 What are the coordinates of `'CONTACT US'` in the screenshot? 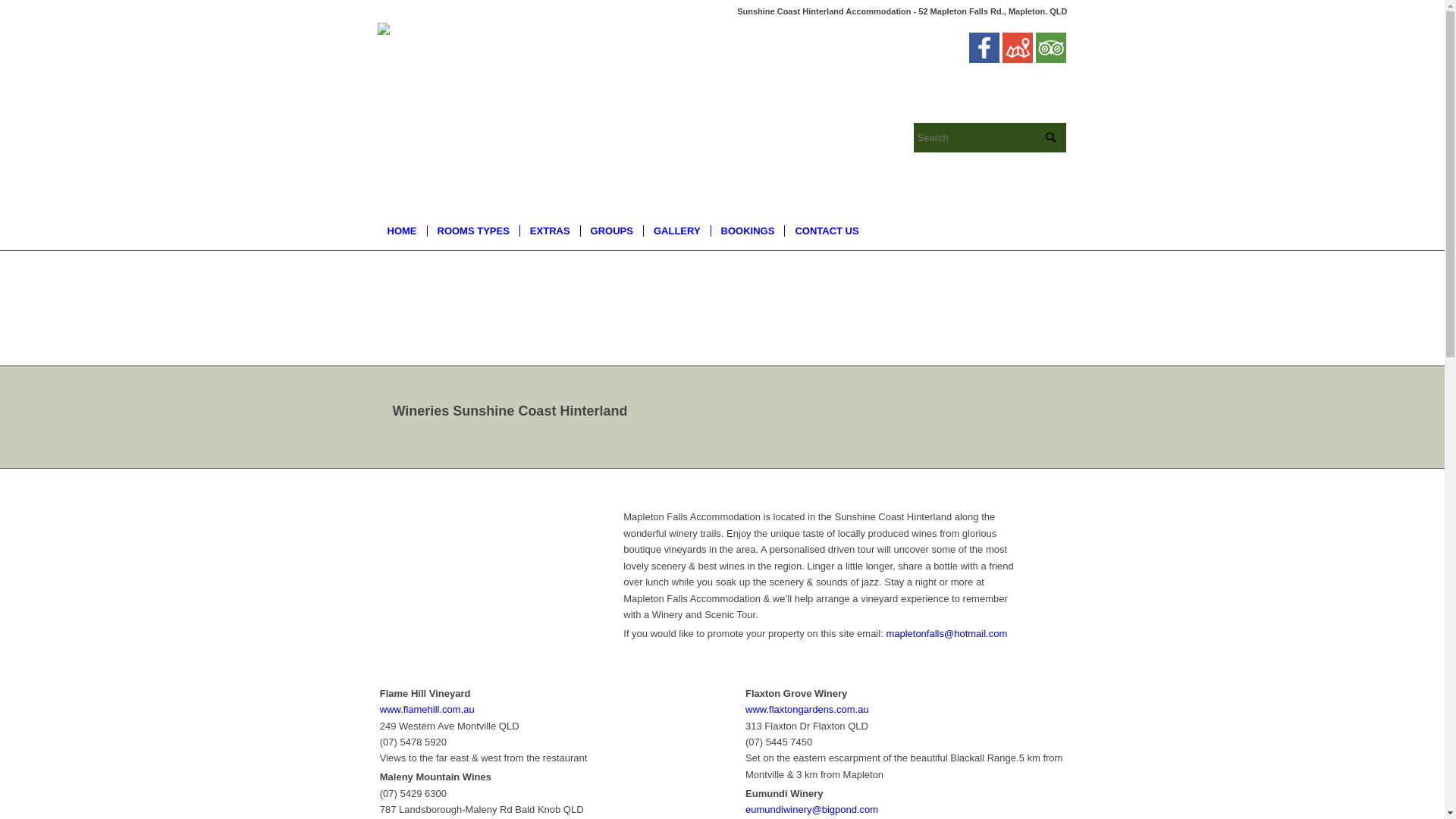 It's located at (783, 231).